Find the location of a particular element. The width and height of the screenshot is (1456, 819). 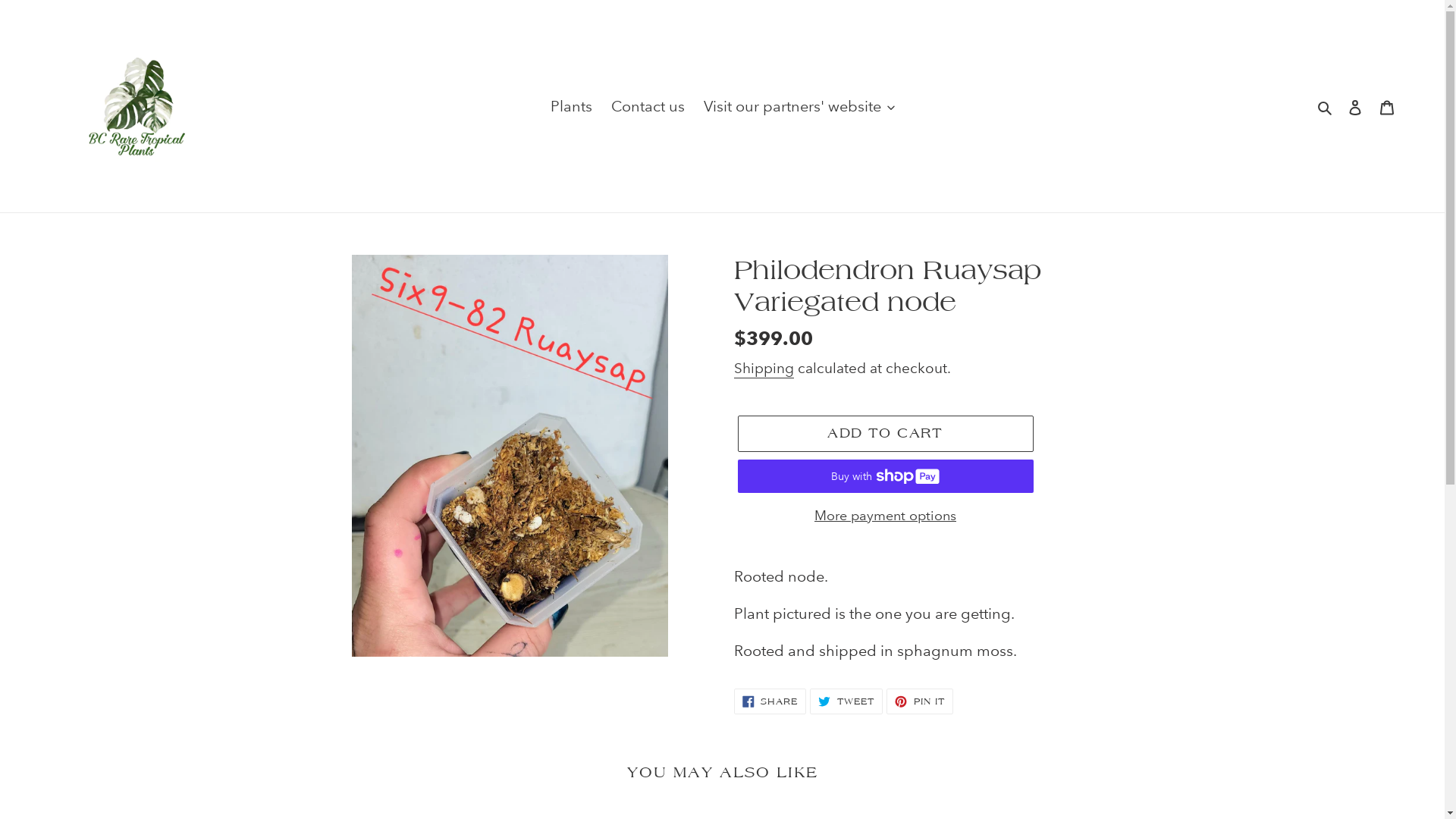

'Shipping' is located at coordinates (764, 369).